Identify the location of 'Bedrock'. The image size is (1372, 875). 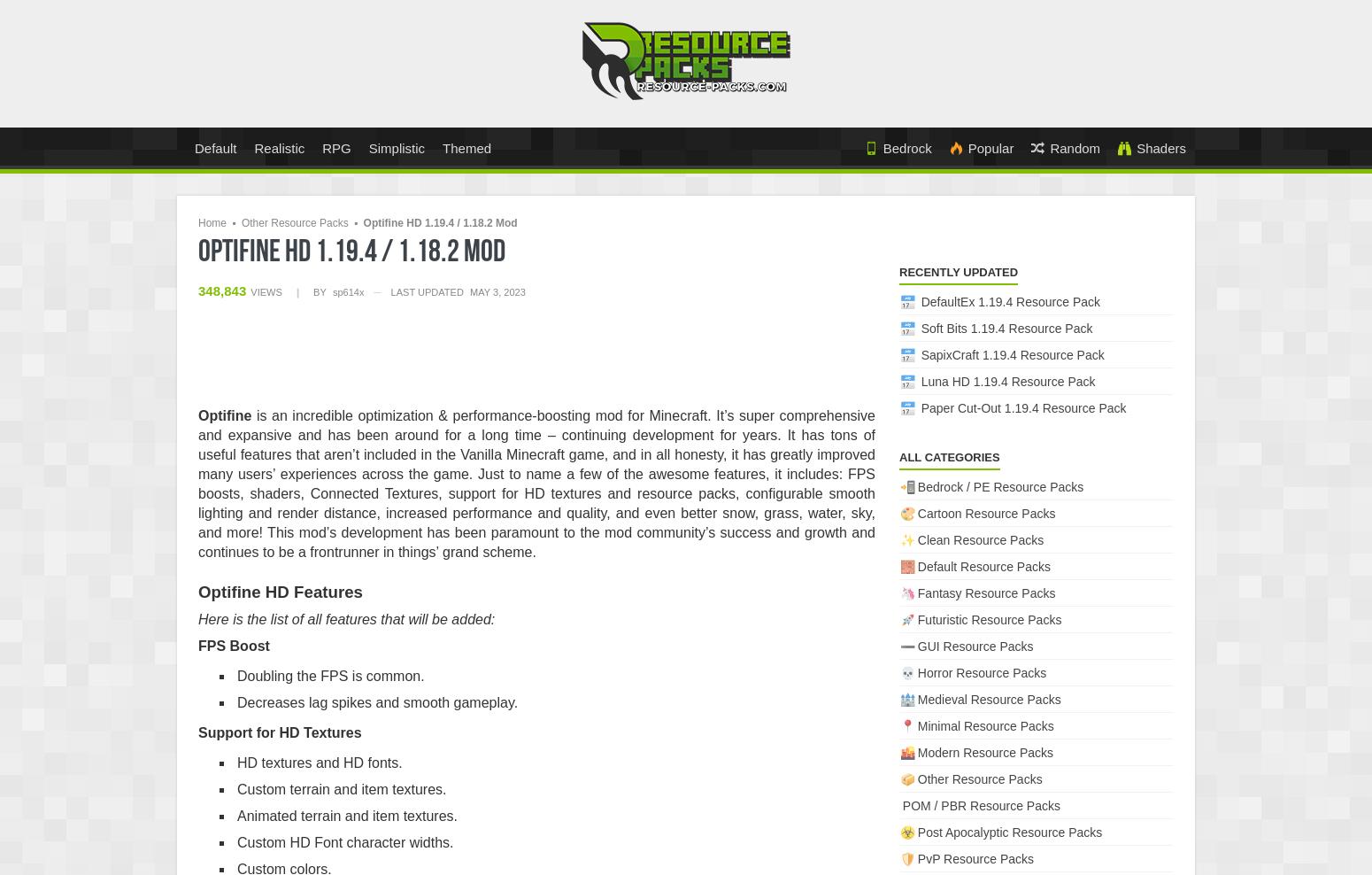
(906, 147).